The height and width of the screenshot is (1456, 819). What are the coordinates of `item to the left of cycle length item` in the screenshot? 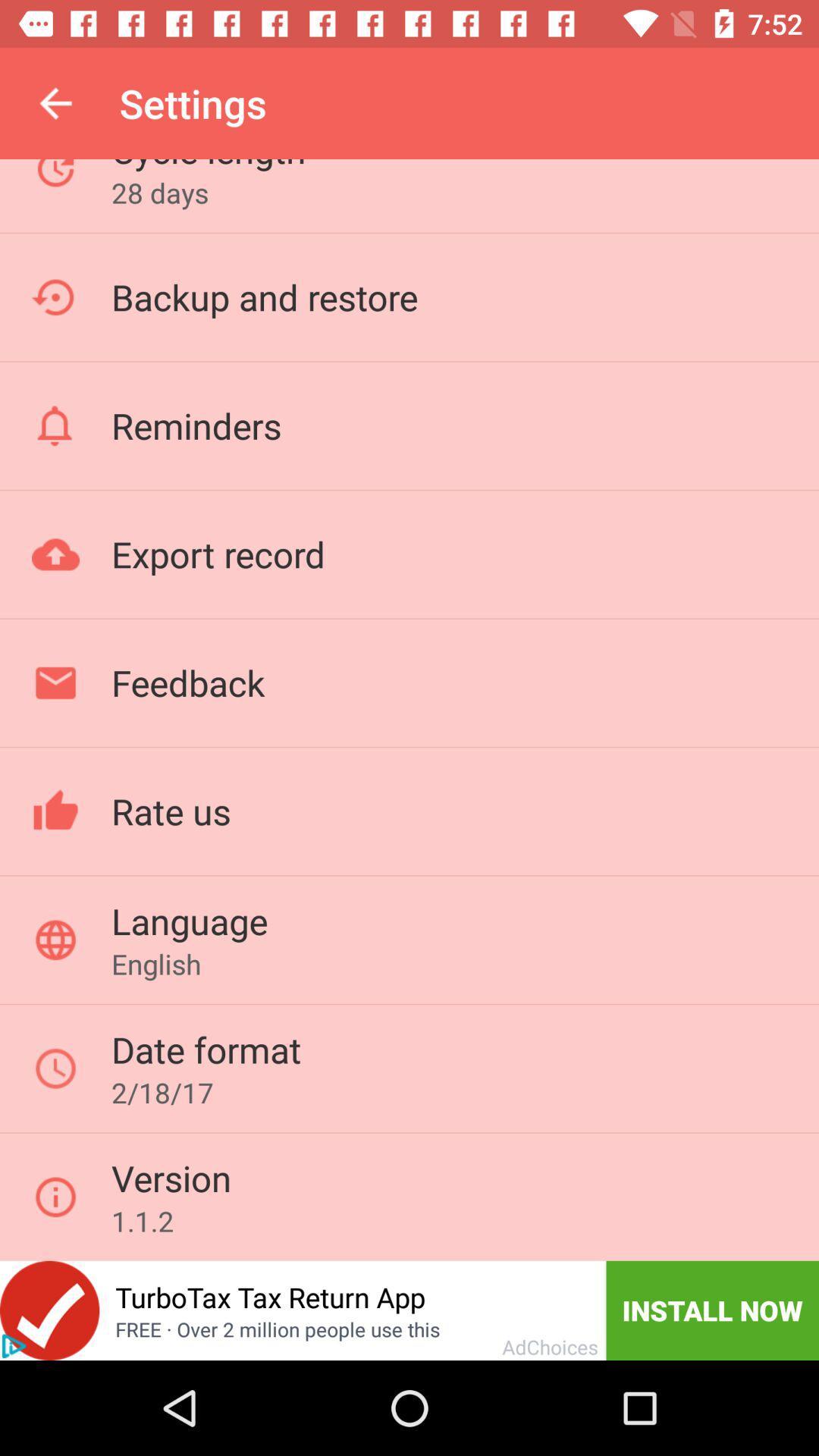 It's located at (55, 102).